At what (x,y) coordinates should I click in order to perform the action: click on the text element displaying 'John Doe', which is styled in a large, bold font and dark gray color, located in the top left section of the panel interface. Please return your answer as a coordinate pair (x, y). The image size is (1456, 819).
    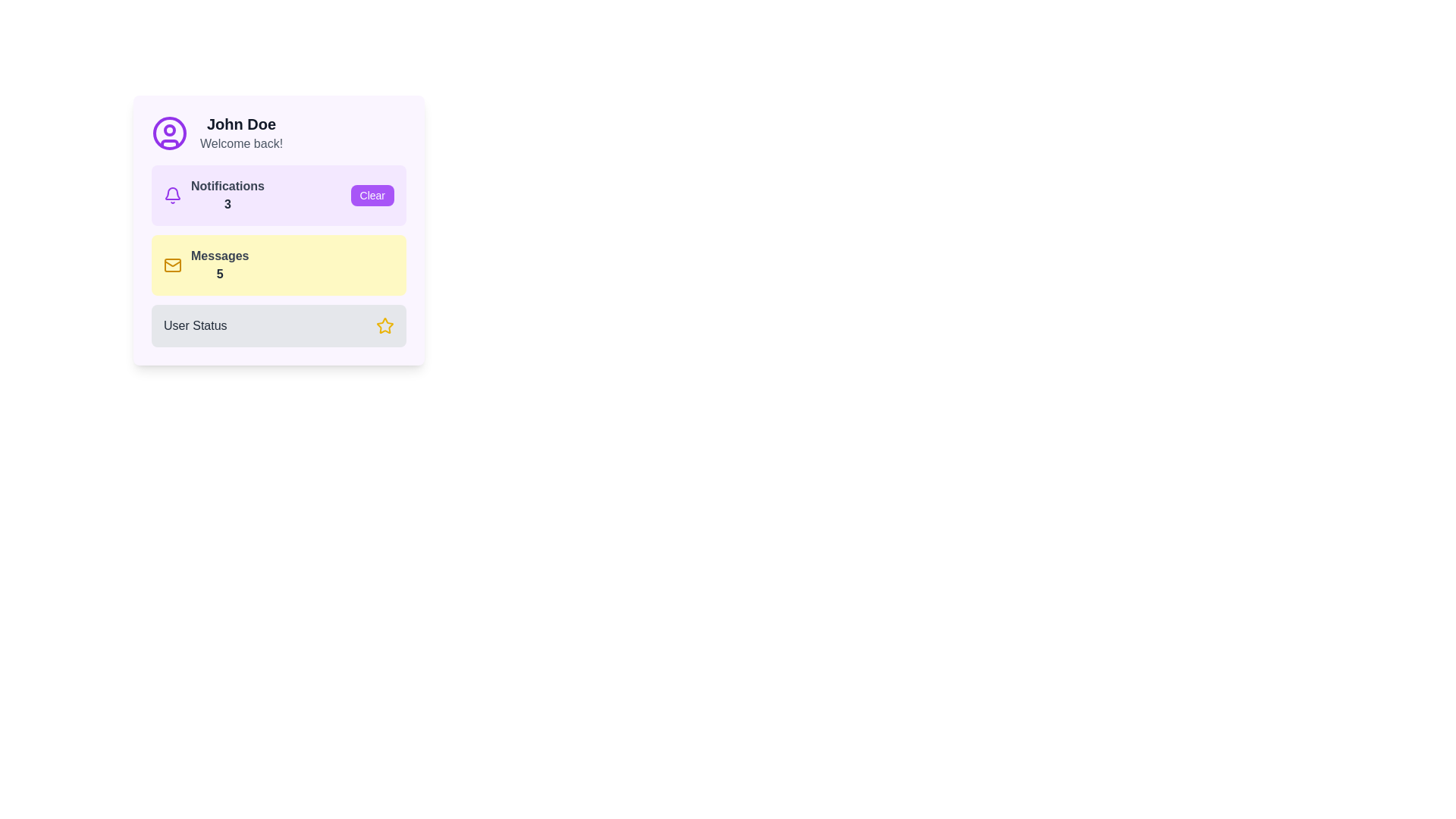
    Looking at the image, I should click on (240, 124).